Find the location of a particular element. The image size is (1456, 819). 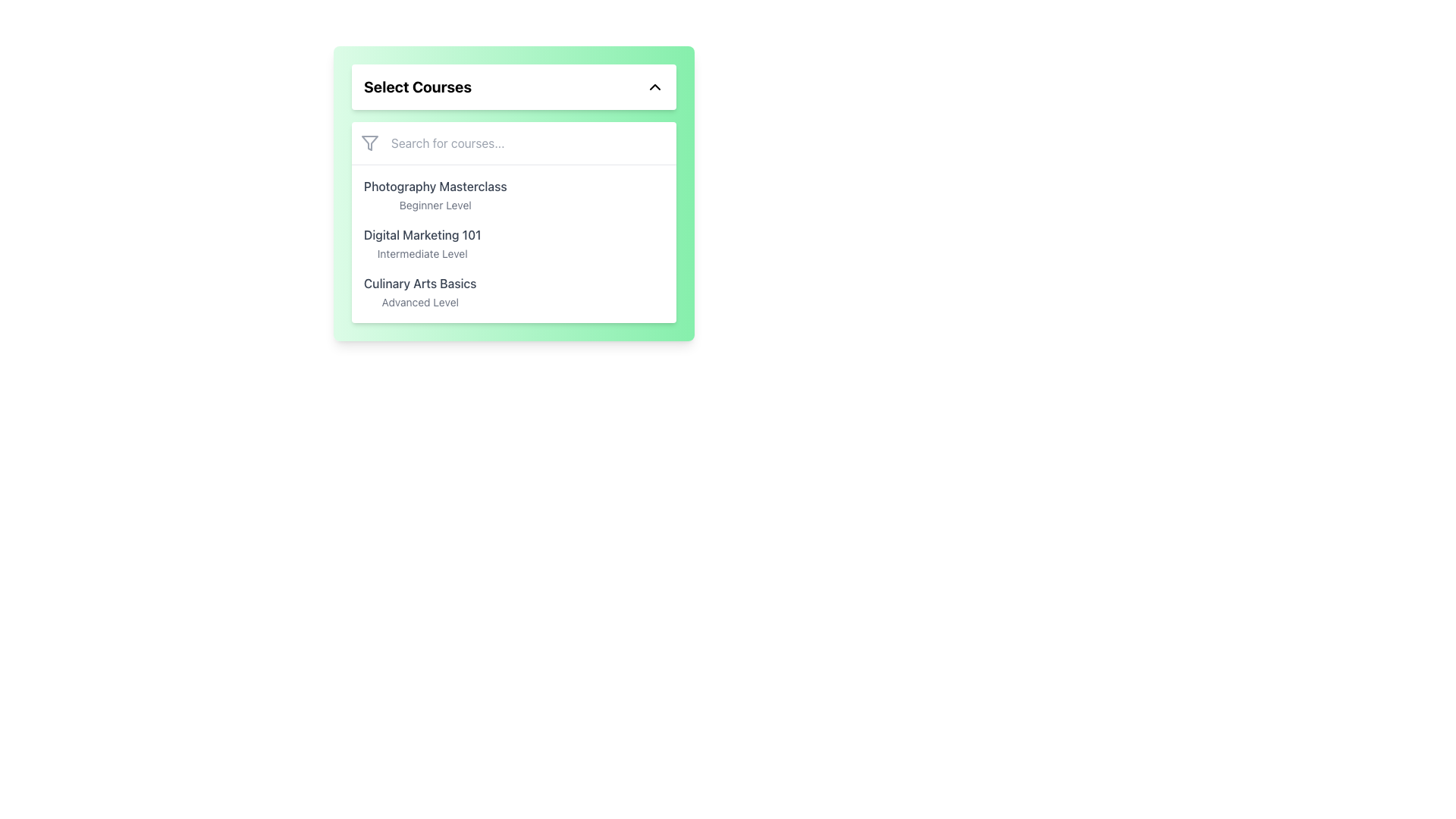

the selectable course option labeled 'Digital Marketing 101' is located at coordinates (513, 243).